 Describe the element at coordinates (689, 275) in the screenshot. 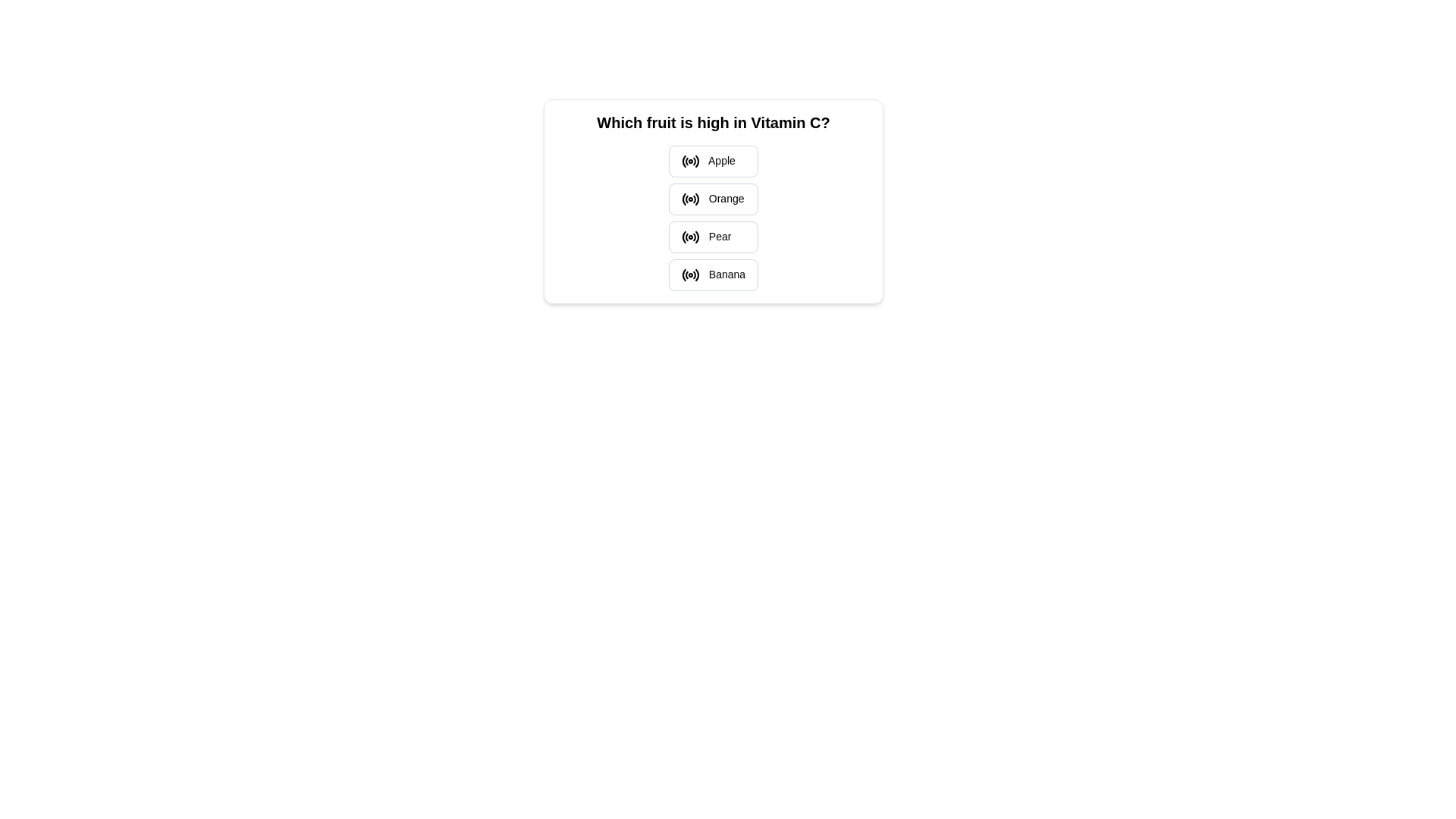

I see `the radio button for 'Banana'` at that location.